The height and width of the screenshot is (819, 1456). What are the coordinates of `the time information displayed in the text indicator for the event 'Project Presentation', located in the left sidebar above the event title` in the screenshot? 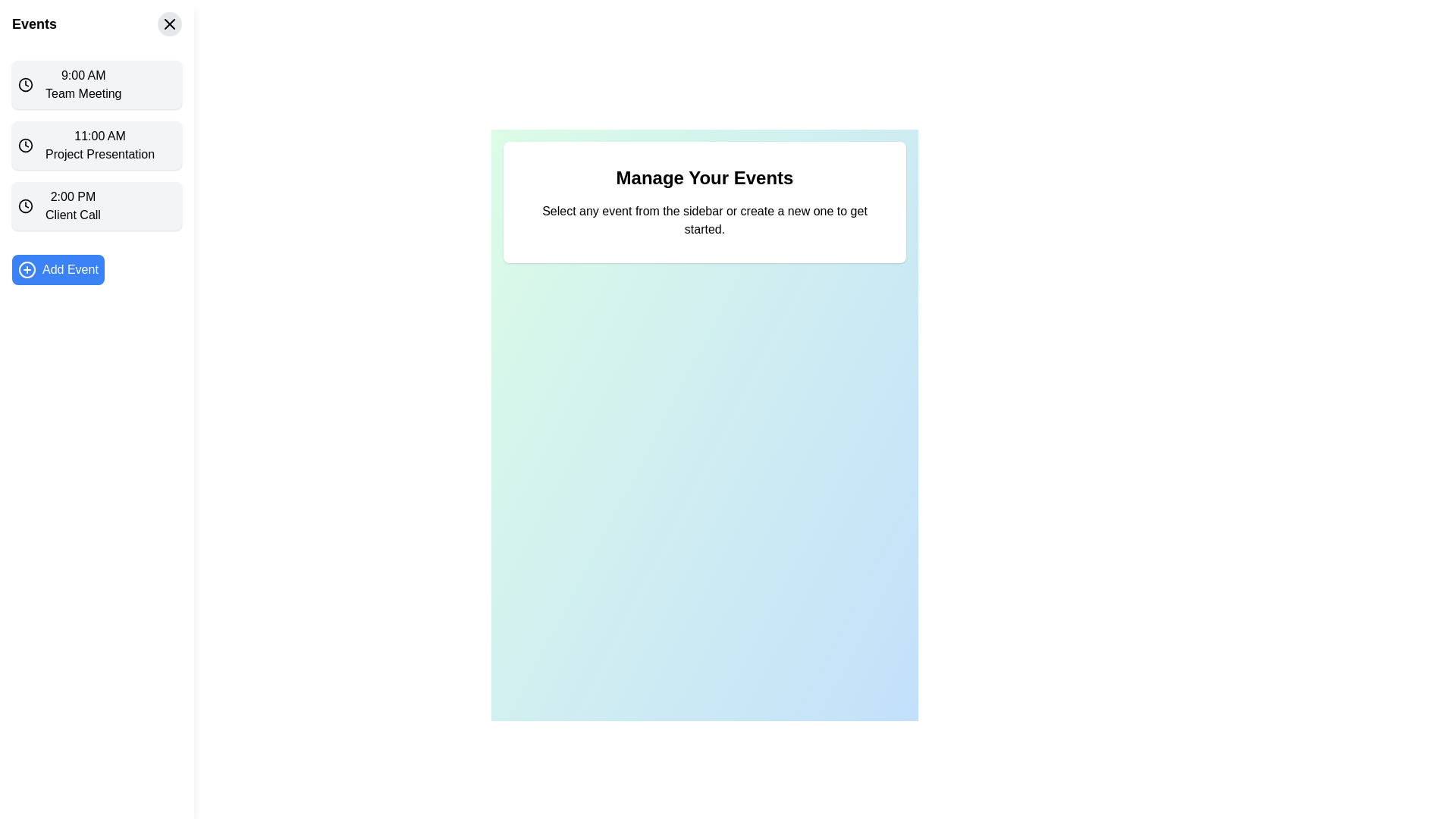 It's located at (99, 136).